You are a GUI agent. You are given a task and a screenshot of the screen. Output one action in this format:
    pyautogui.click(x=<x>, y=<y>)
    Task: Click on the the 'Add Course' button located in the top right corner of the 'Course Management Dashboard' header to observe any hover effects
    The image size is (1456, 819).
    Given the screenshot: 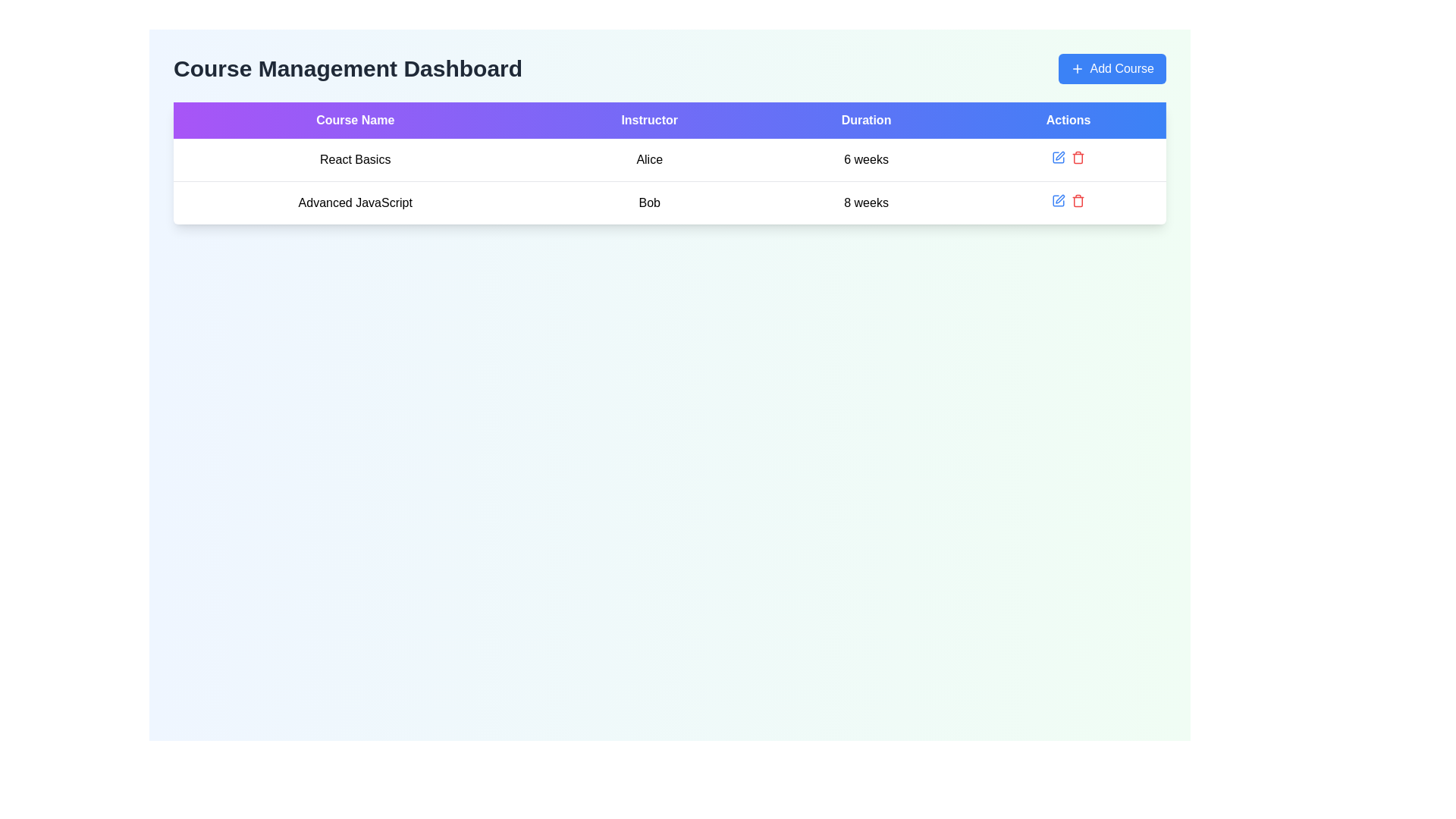 What is the action you would take?
    pyautogui.click(x=1112, y=69)
    